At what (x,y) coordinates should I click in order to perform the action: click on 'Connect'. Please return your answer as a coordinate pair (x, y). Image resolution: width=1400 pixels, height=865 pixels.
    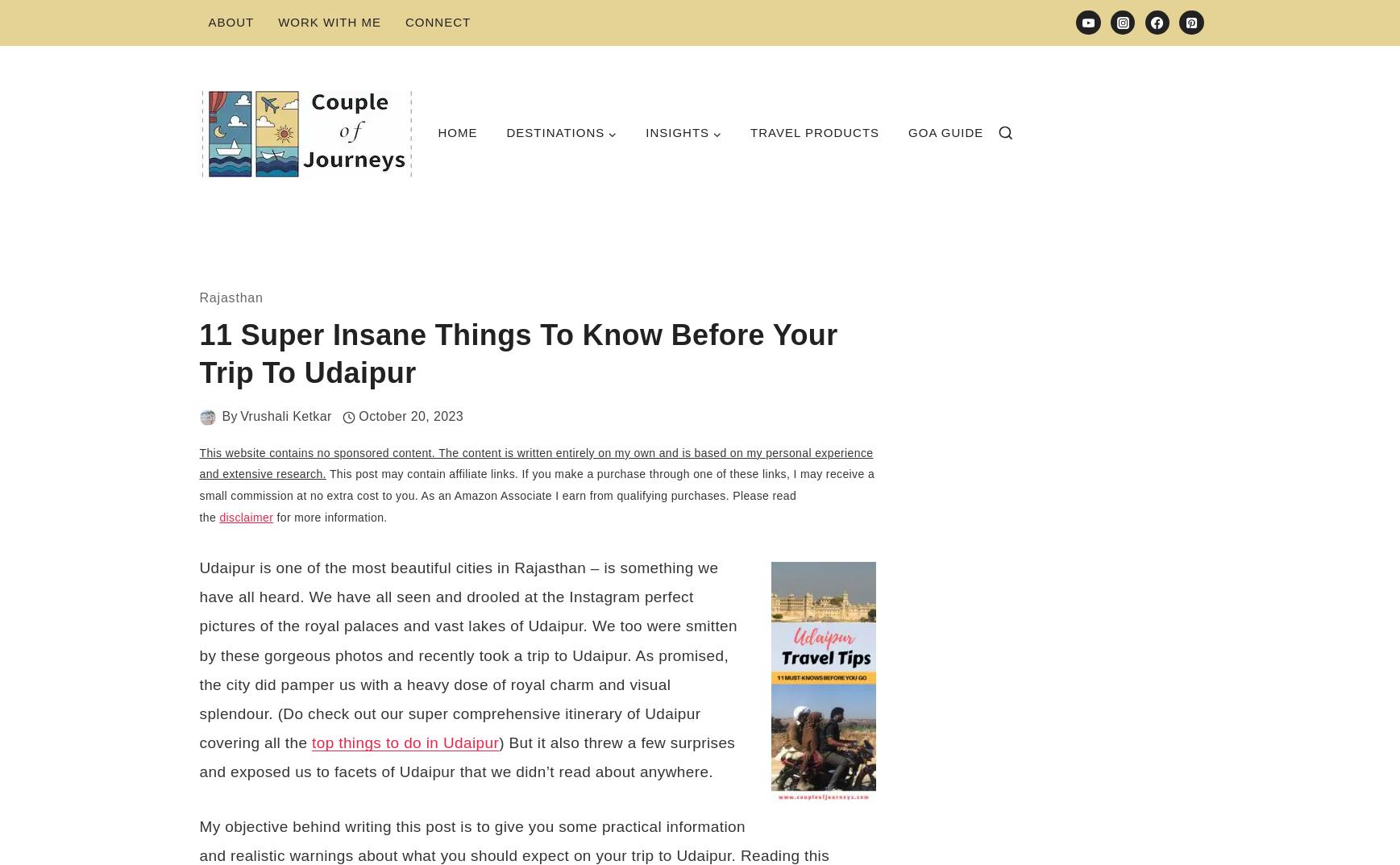
    Looking at the image, I should click on (437, 21).